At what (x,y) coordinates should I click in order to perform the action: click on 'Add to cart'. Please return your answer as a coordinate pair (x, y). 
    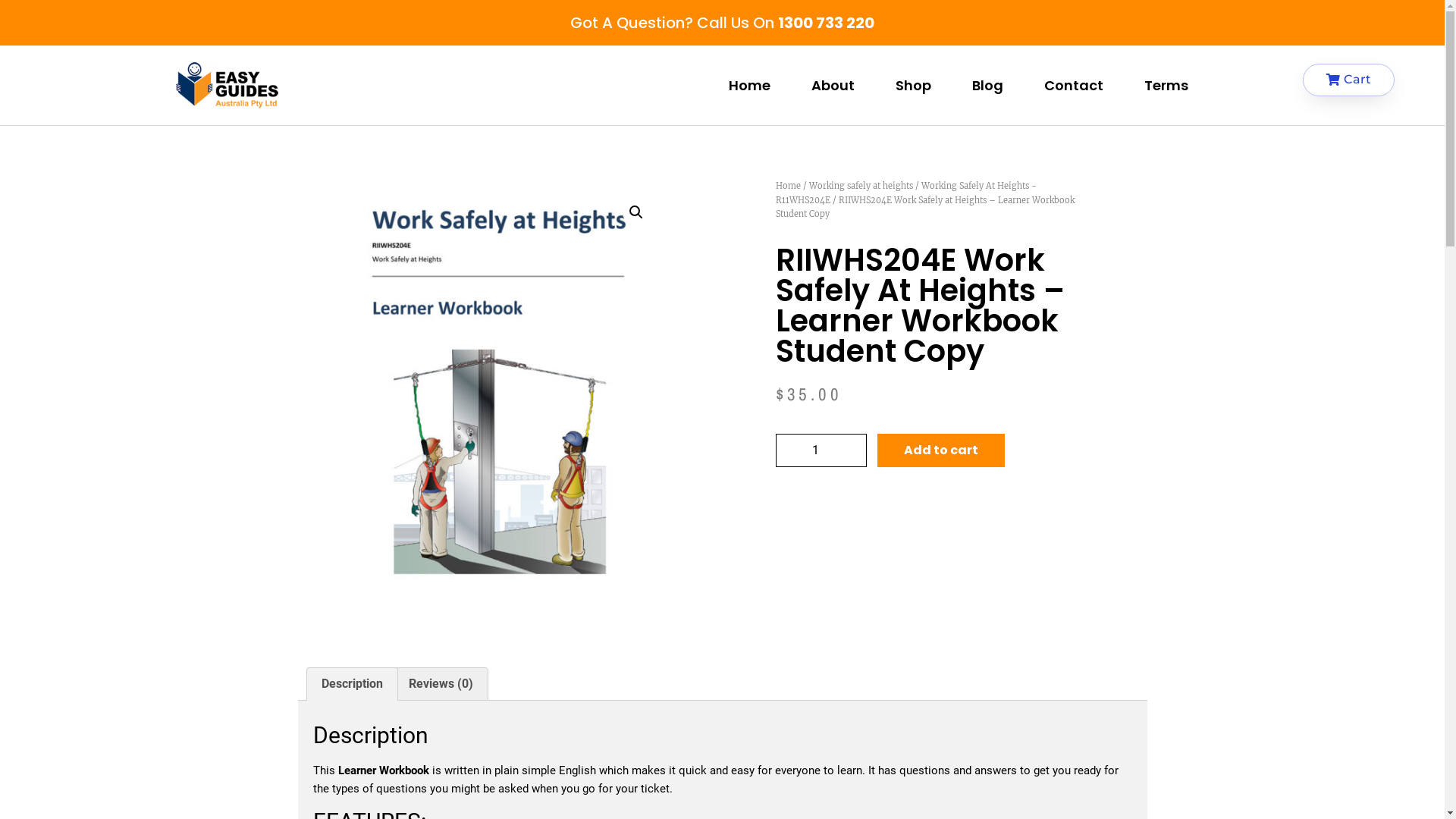
    Looking at the image, I should click on (939, 450).